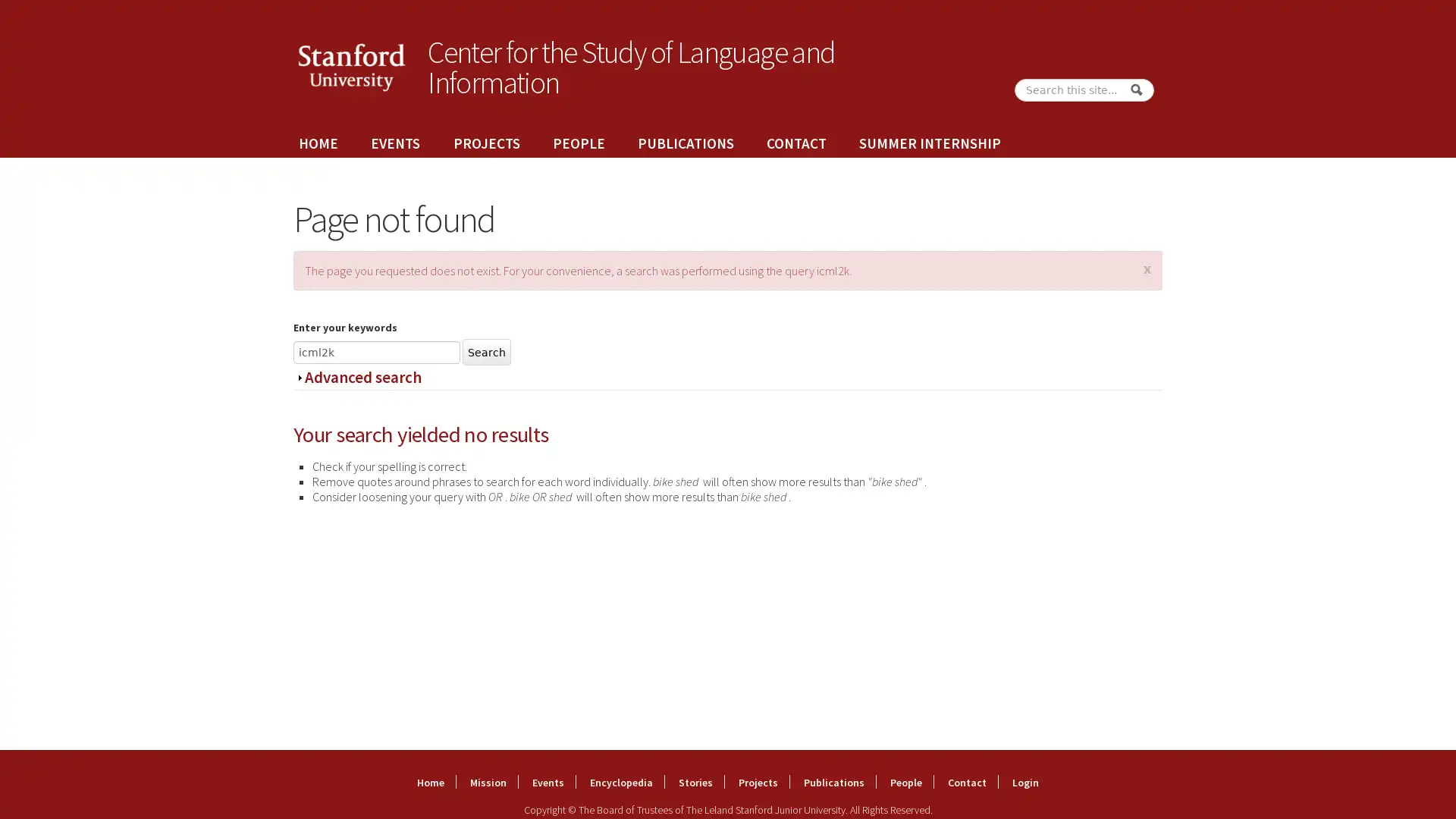 This screenshot has height=819, width=1456. I want to click on Search, so click(1135, 89).